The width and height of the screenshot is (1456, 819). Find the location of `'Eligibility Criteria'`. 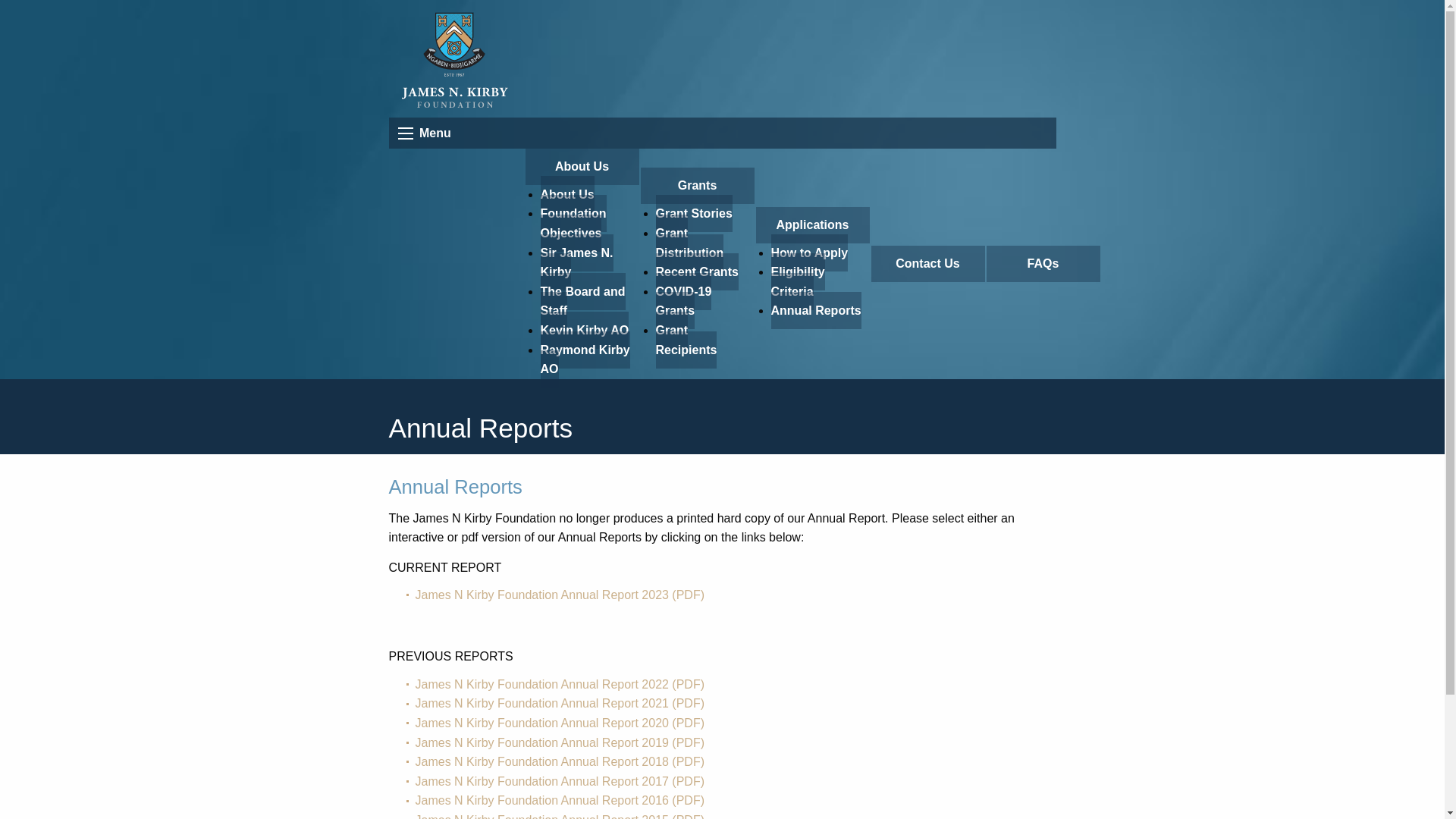

'Eligibility Criteria' is located at coordinates (796, 281).